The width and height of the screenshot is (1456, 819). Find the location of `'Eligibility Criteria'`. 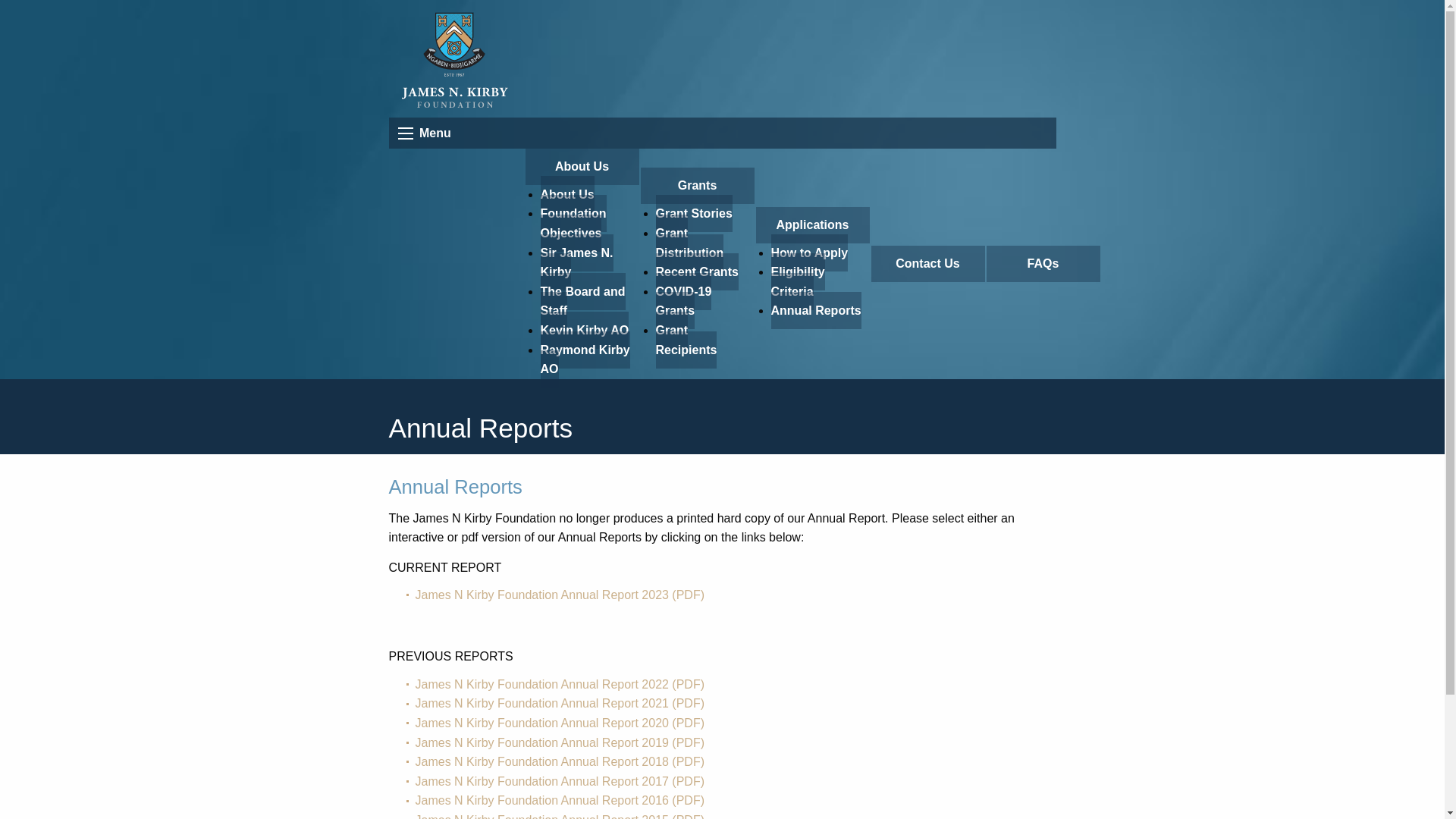

'Eligibility Criteria' is located at coordinates (796, 281).